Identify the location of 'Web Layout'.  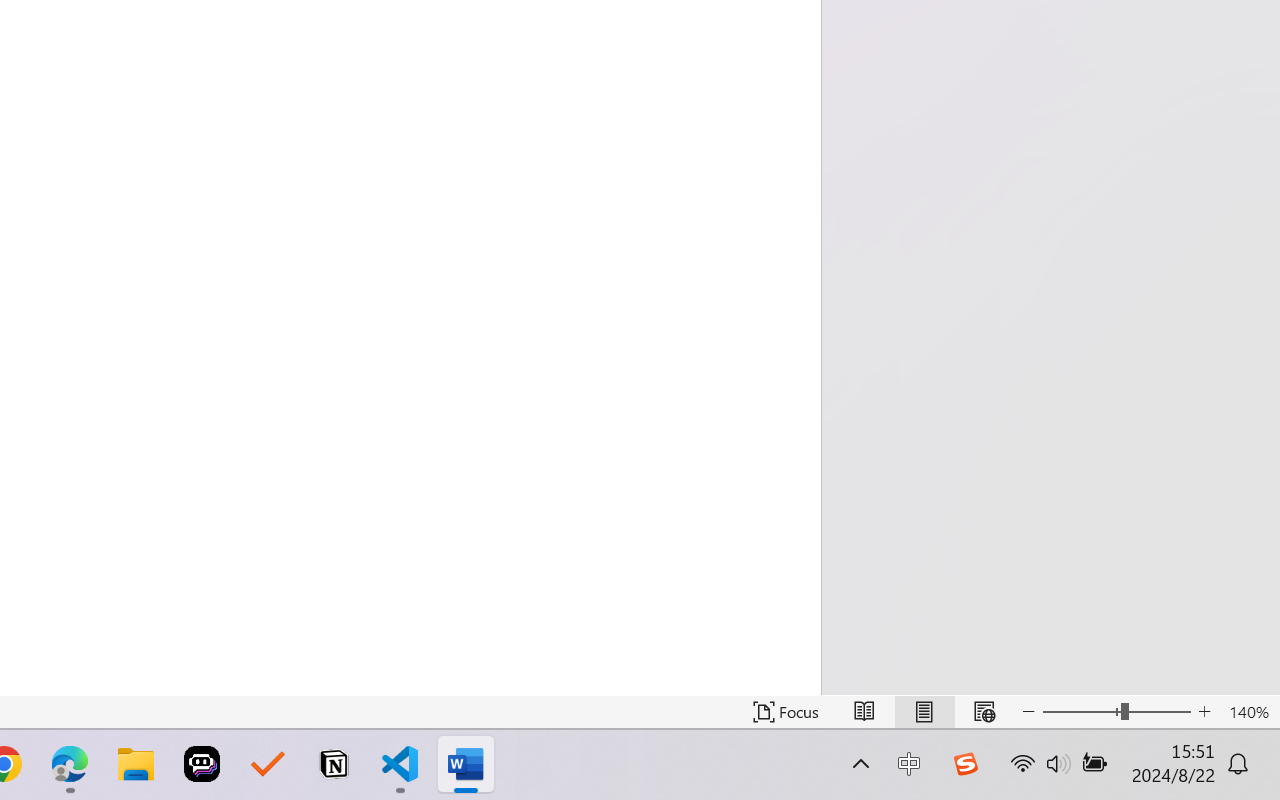
(984, 711).